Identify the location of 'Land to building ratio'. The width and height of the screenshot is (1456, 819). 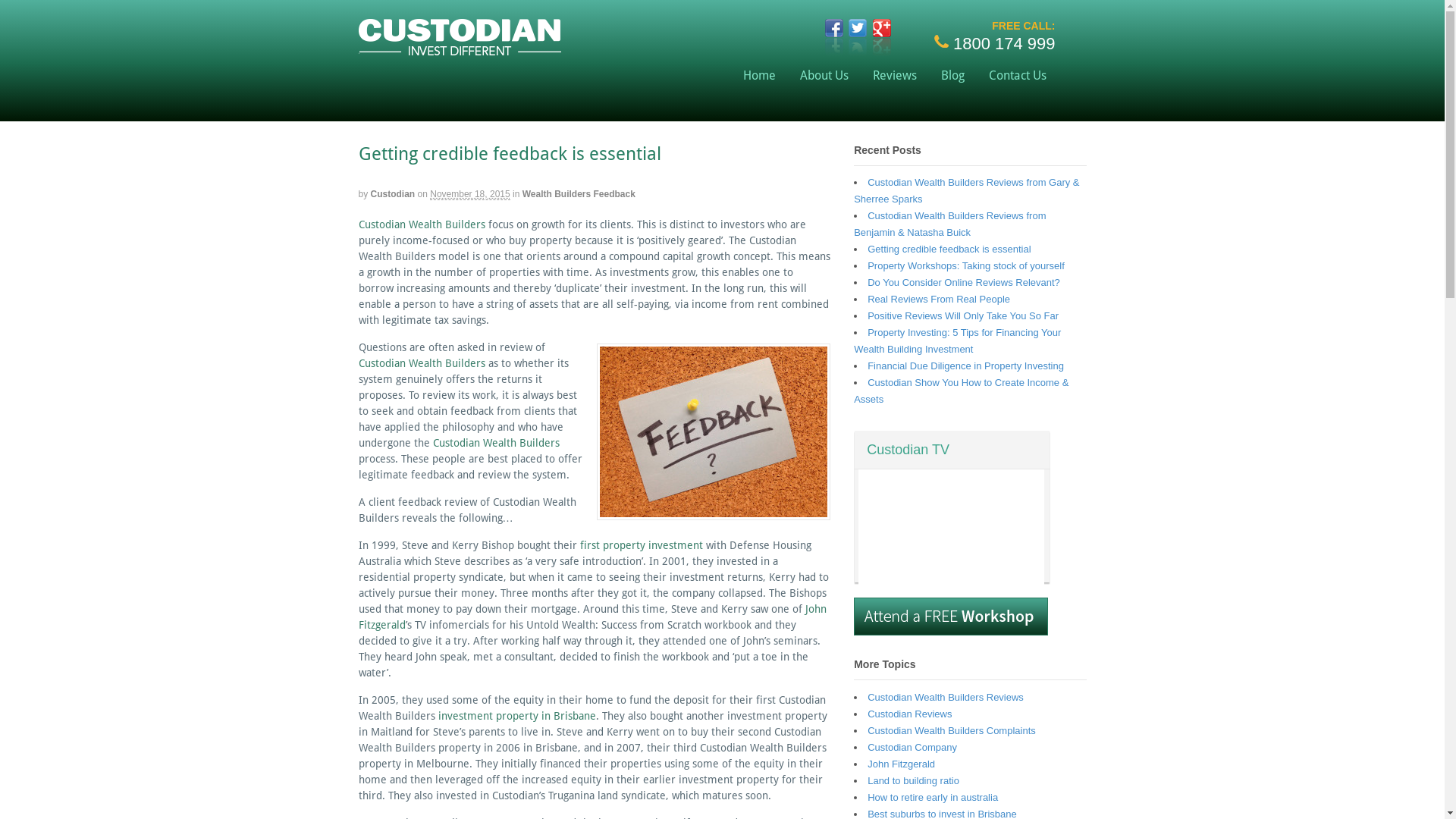
(912, 780).